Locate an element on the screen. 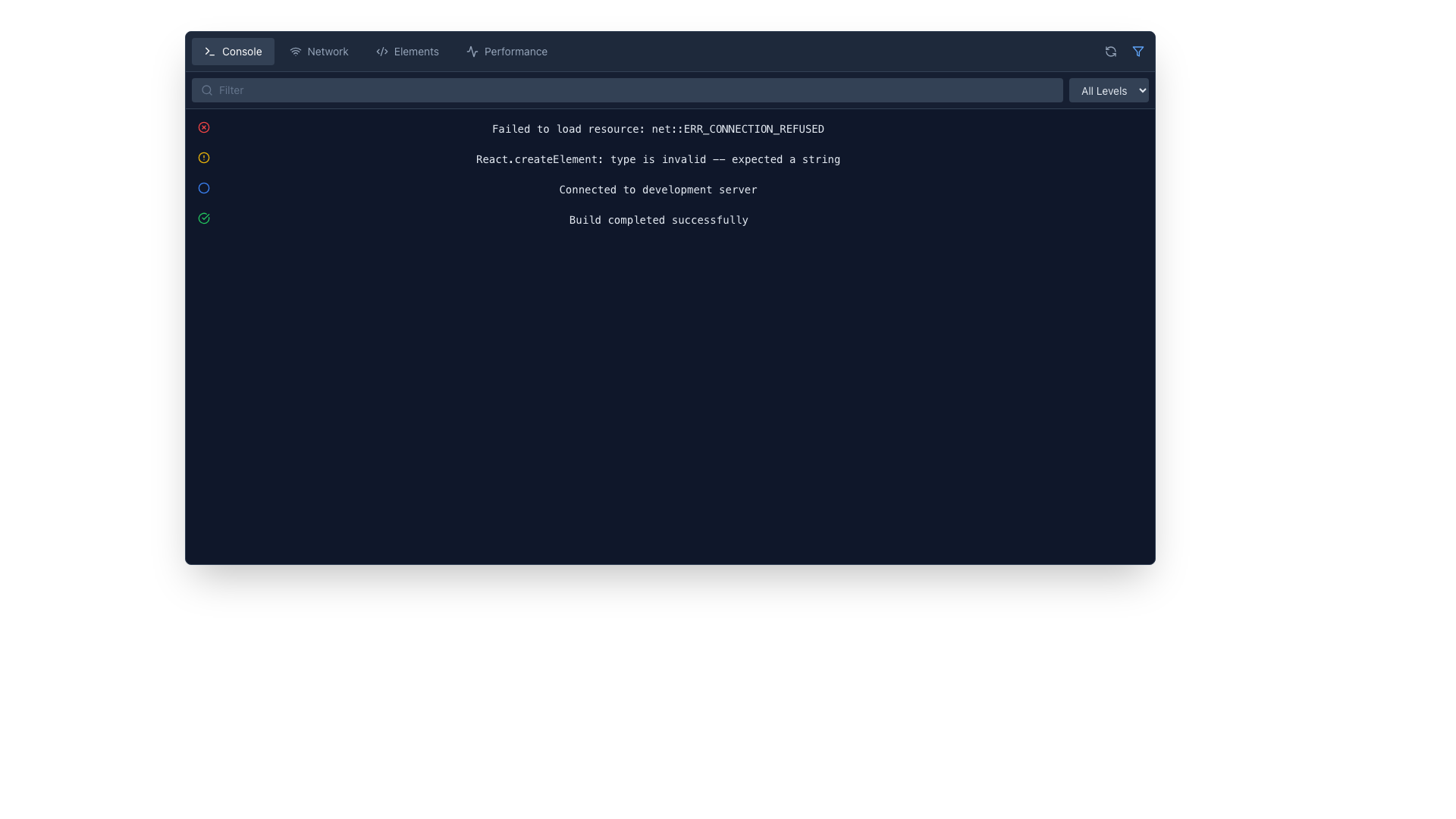  the warning icon located to the left of the message 'React.createElement: type is invalid -- expected a string' to potentially reveal additional information is located at coordinates (202, 158).